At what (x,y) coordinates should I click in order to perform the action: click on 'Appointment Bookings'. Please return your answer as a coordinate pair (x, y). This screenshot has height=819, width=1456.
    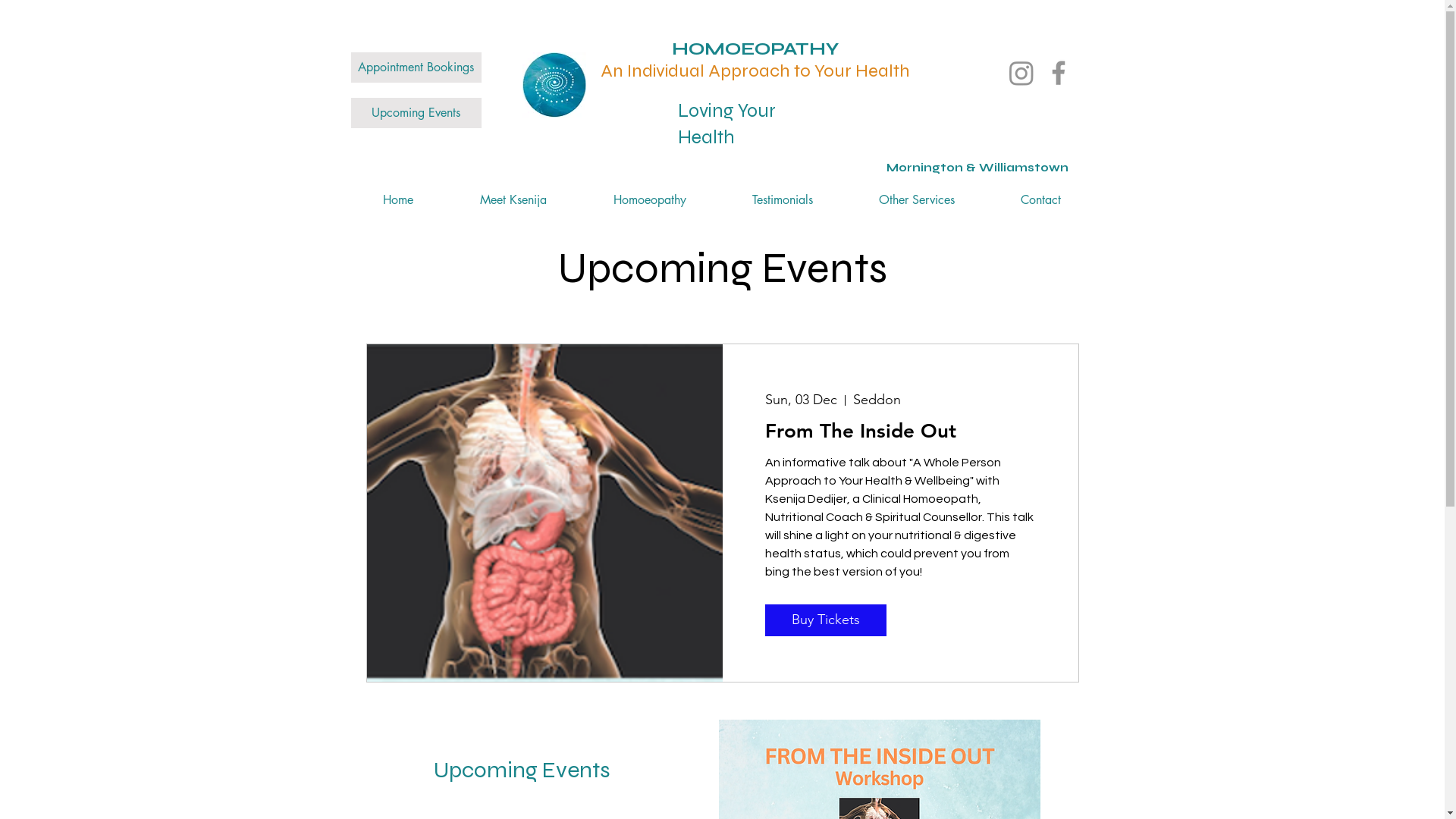
    Looking at the image, I should click on (349, 66).